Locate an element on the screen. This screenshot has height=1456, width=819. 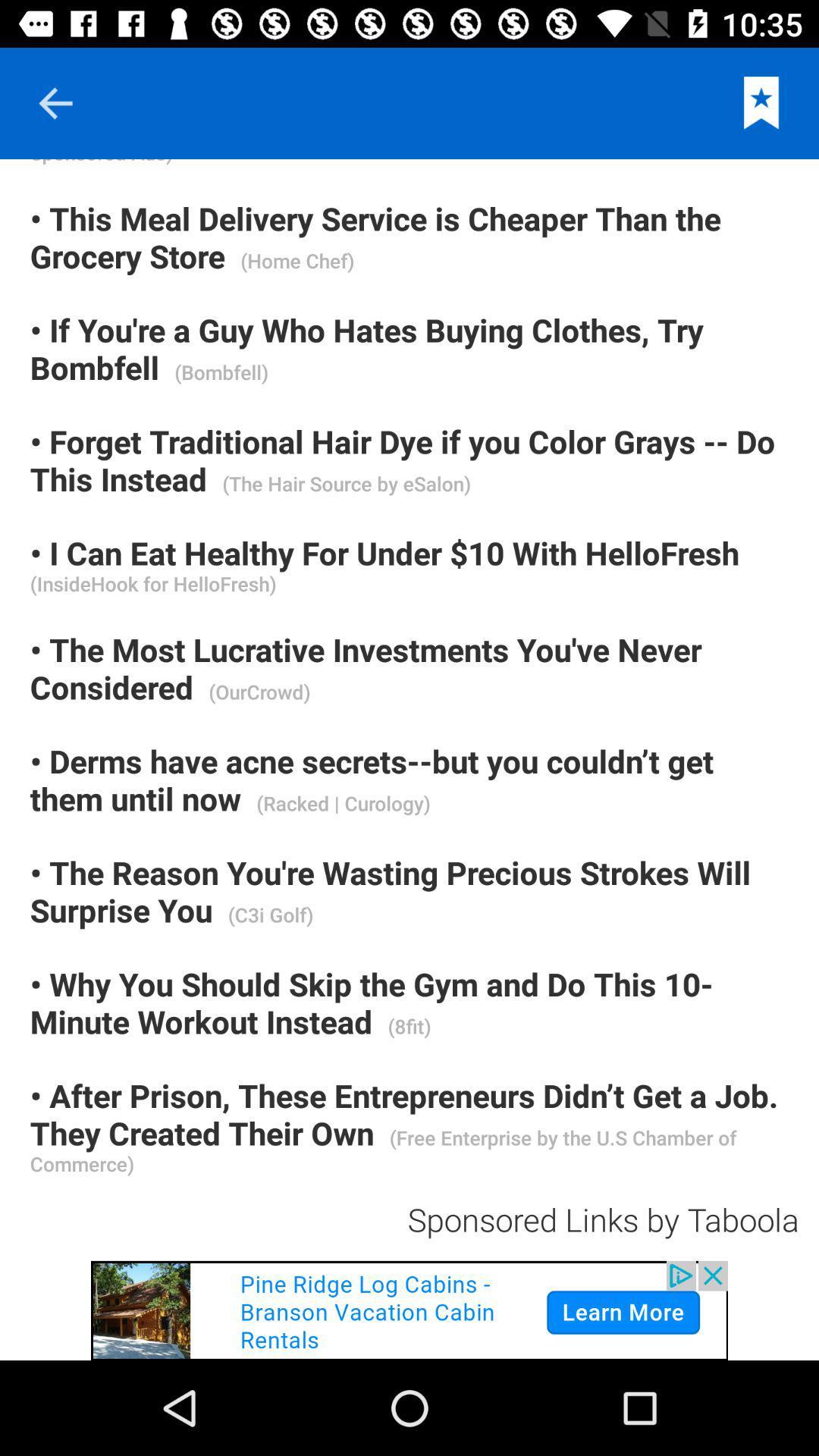
advertisement bar is located at coordinates (409, 1310).